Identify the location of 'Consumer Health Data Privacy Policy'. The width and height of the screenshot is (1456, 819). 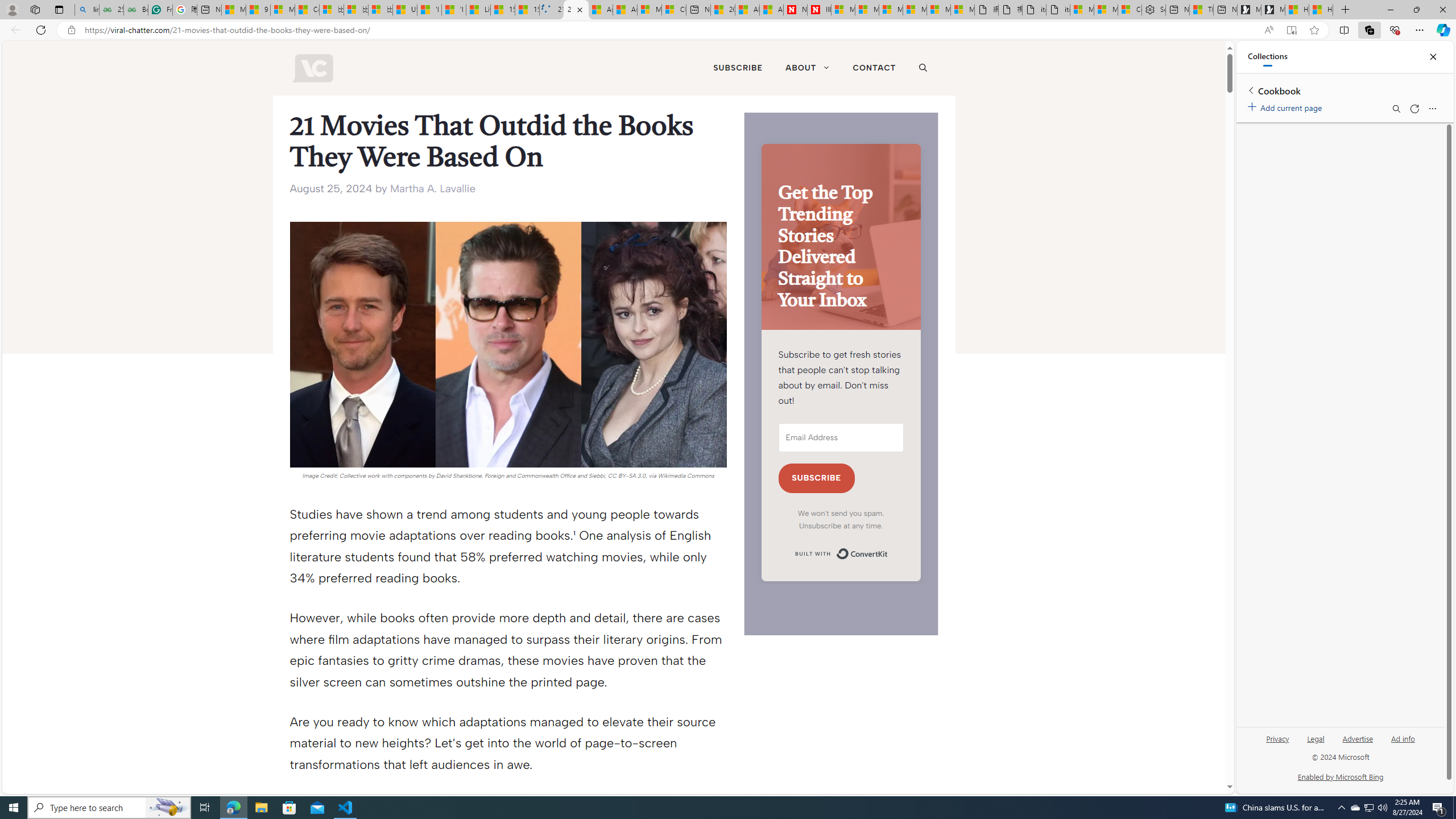
(1129, 9).